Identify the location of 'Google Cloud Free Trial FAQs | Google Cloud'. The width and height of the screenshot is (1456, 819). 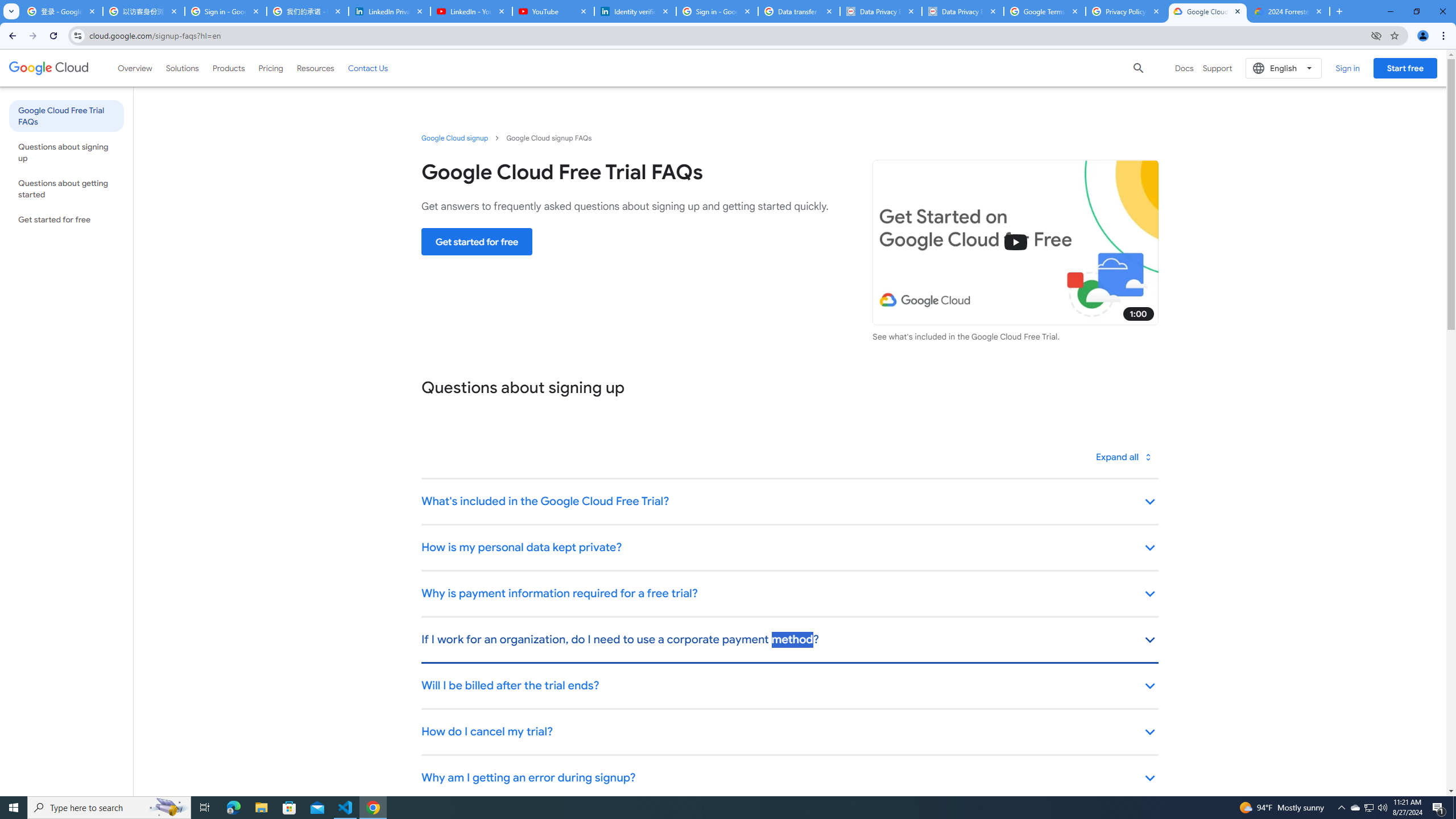
(1207, 11).